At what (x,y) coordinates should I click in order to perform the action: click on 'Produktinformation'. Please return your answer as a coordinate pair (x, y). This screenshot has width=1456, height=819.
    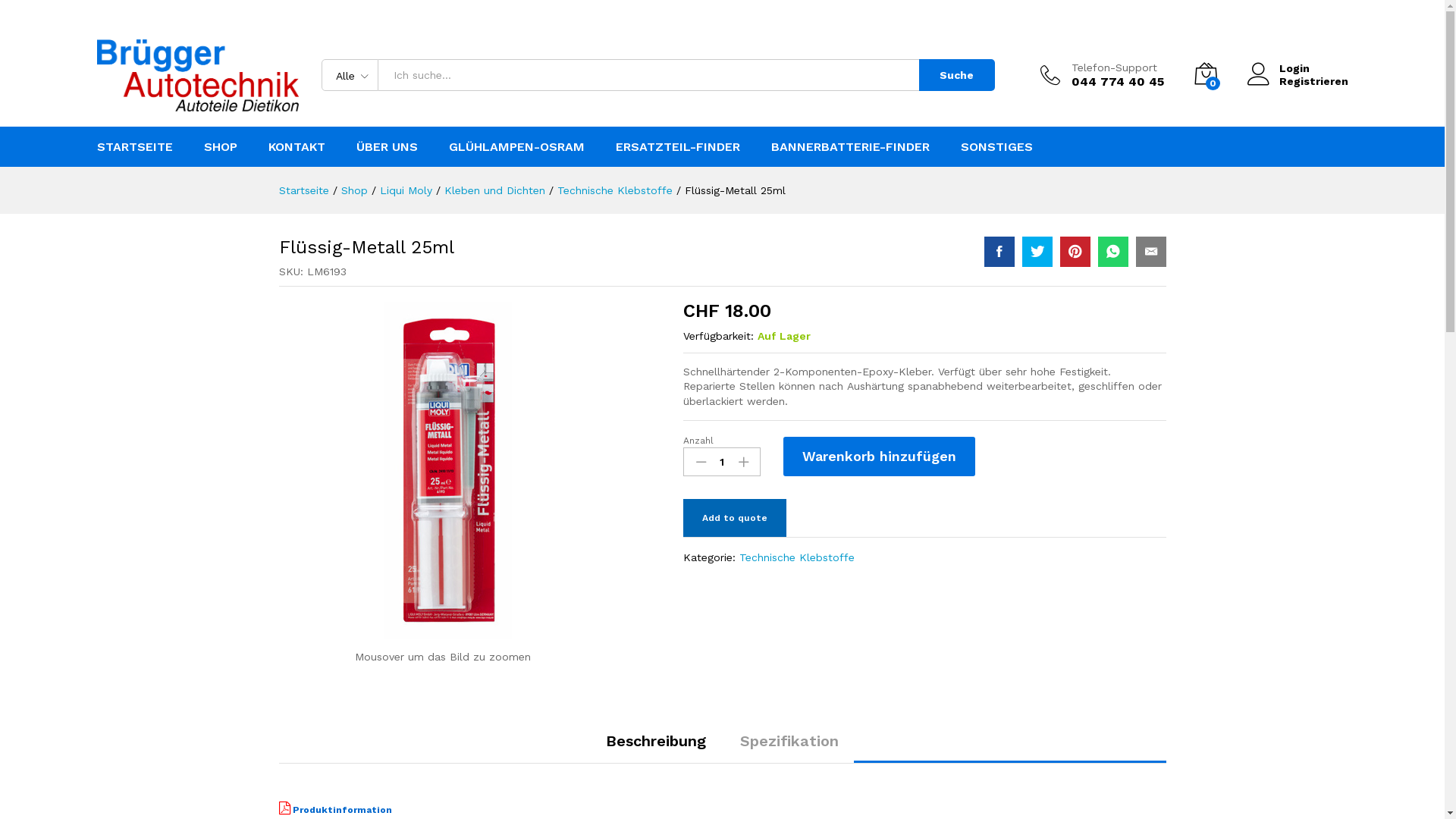
    Looking at the image, I should click on (334, 809).